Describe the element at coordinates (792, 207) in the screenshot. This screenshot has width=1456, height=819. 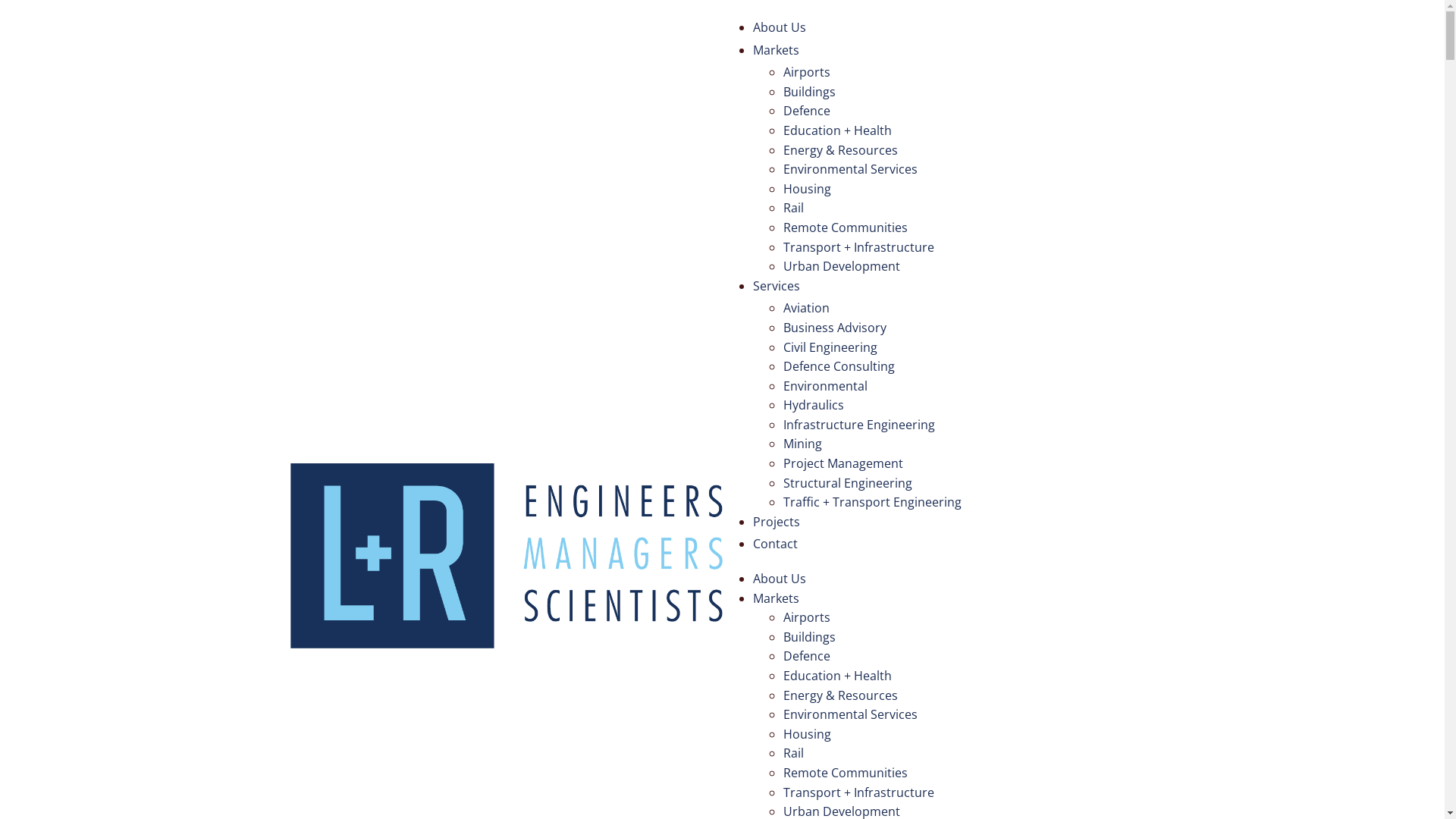
I see `'Rail'` at that location.